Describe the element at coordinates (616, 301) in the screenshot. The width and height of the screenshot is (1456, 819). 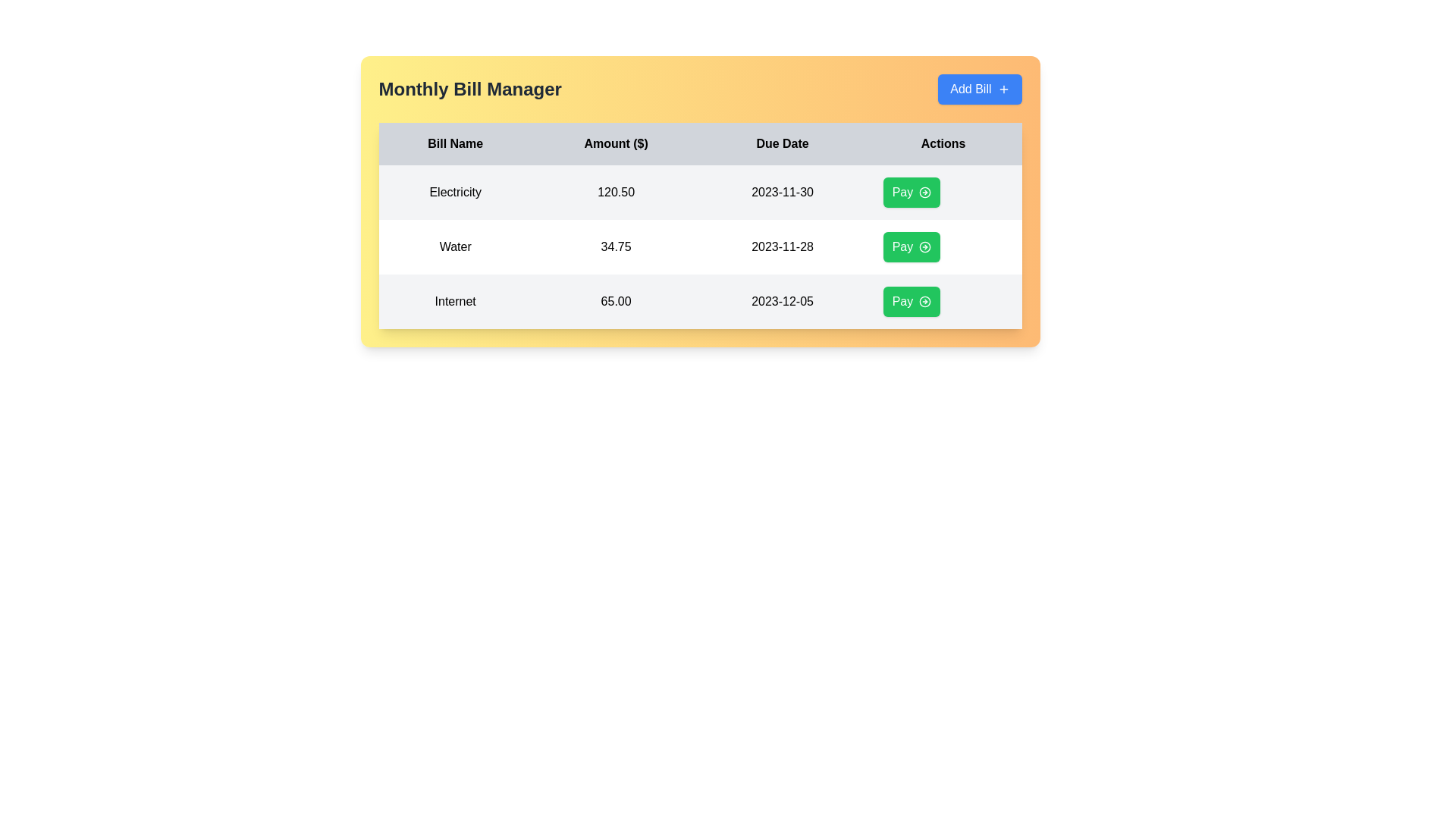
I see `the text label displaying the monetary value for the 'Internet' bill in the table, located under the 'Amount ($)' column` at that location.